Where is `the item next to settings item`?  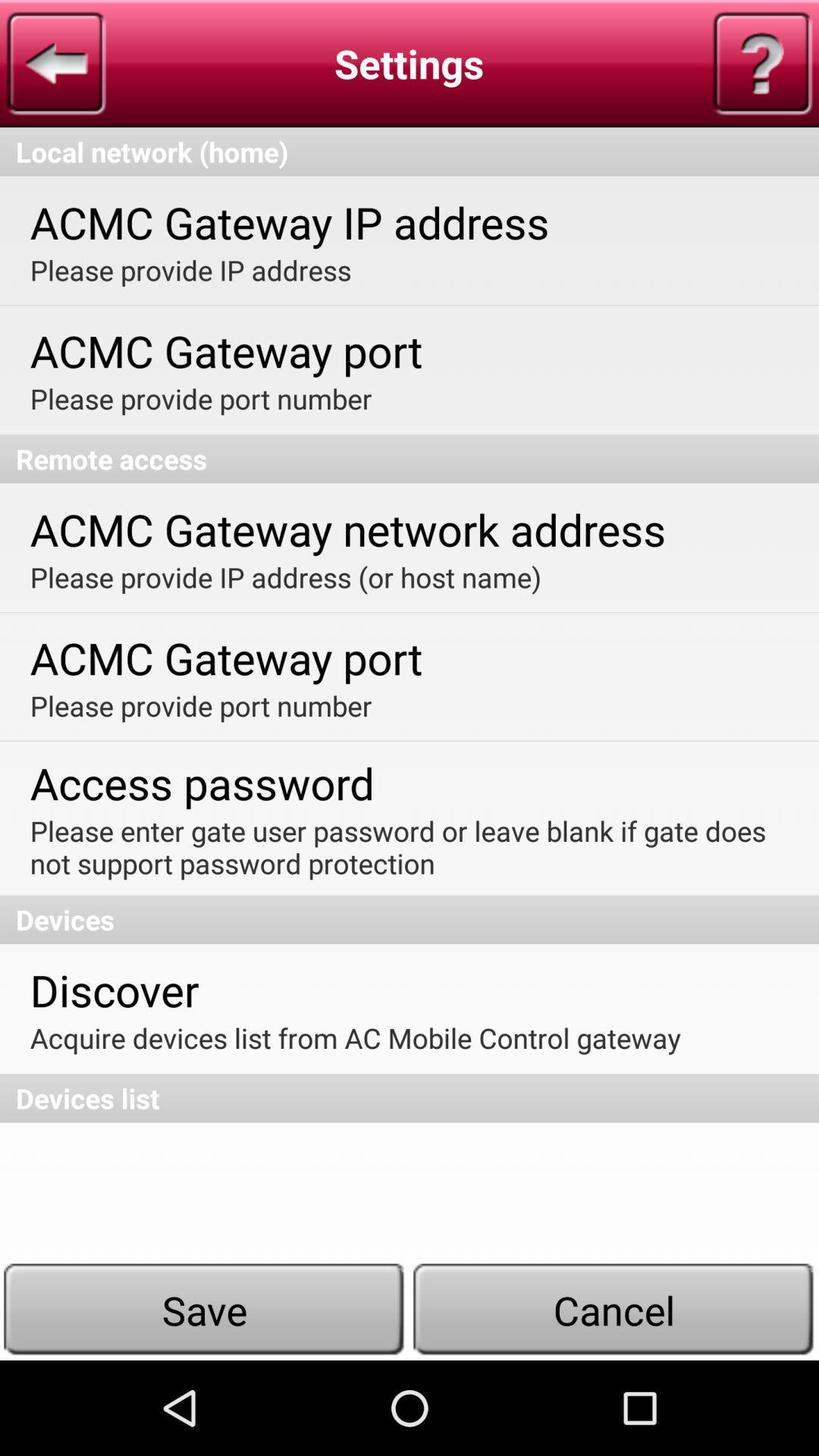 the item next to settings item is located at coordinates (55, 62).